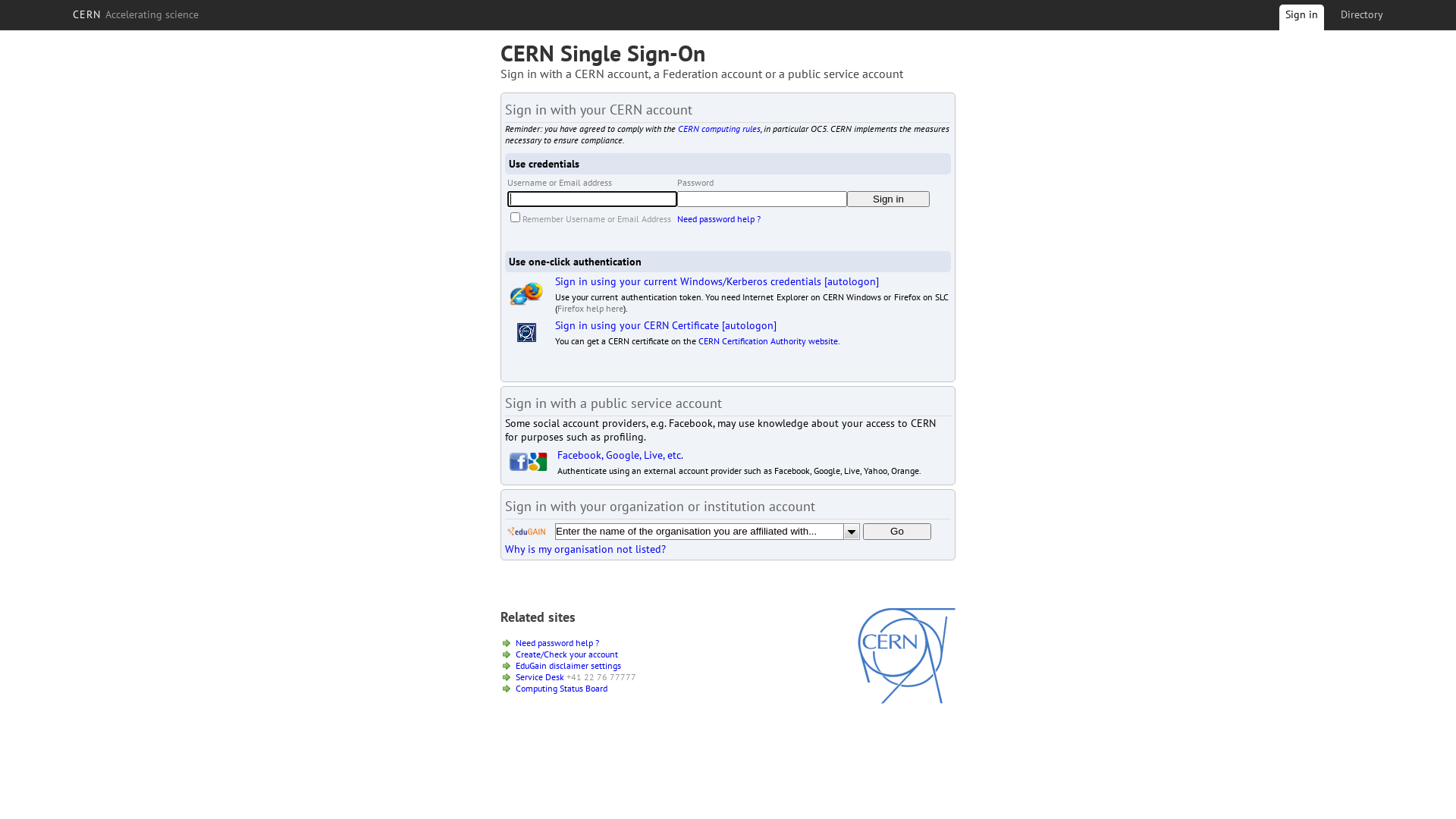  I want to click on 'Facebook, Google, Live, etc.', so click(620, 454).